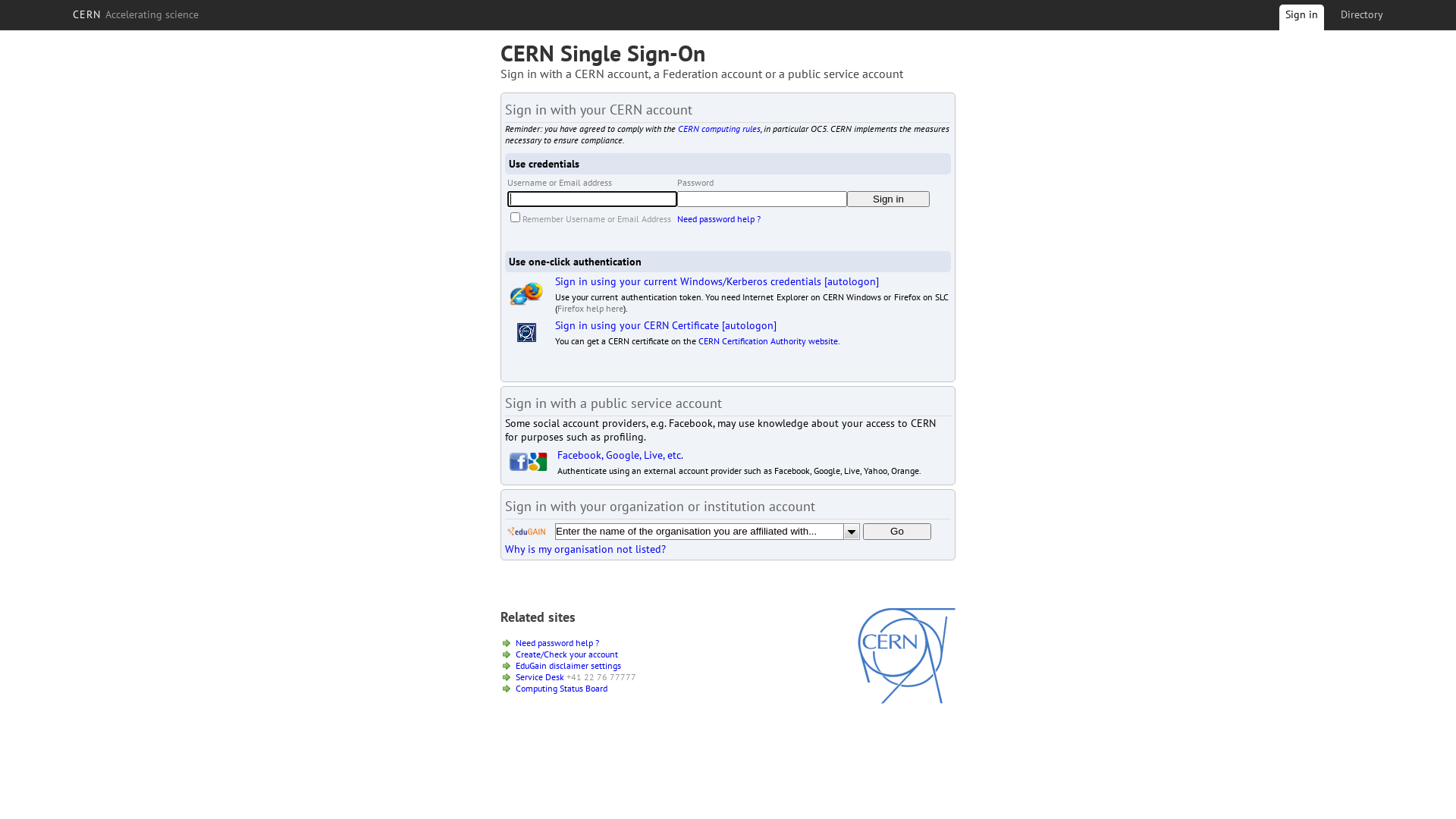  I want to click on 'Facebook, Google, Live, etc.', so click(620, 454).